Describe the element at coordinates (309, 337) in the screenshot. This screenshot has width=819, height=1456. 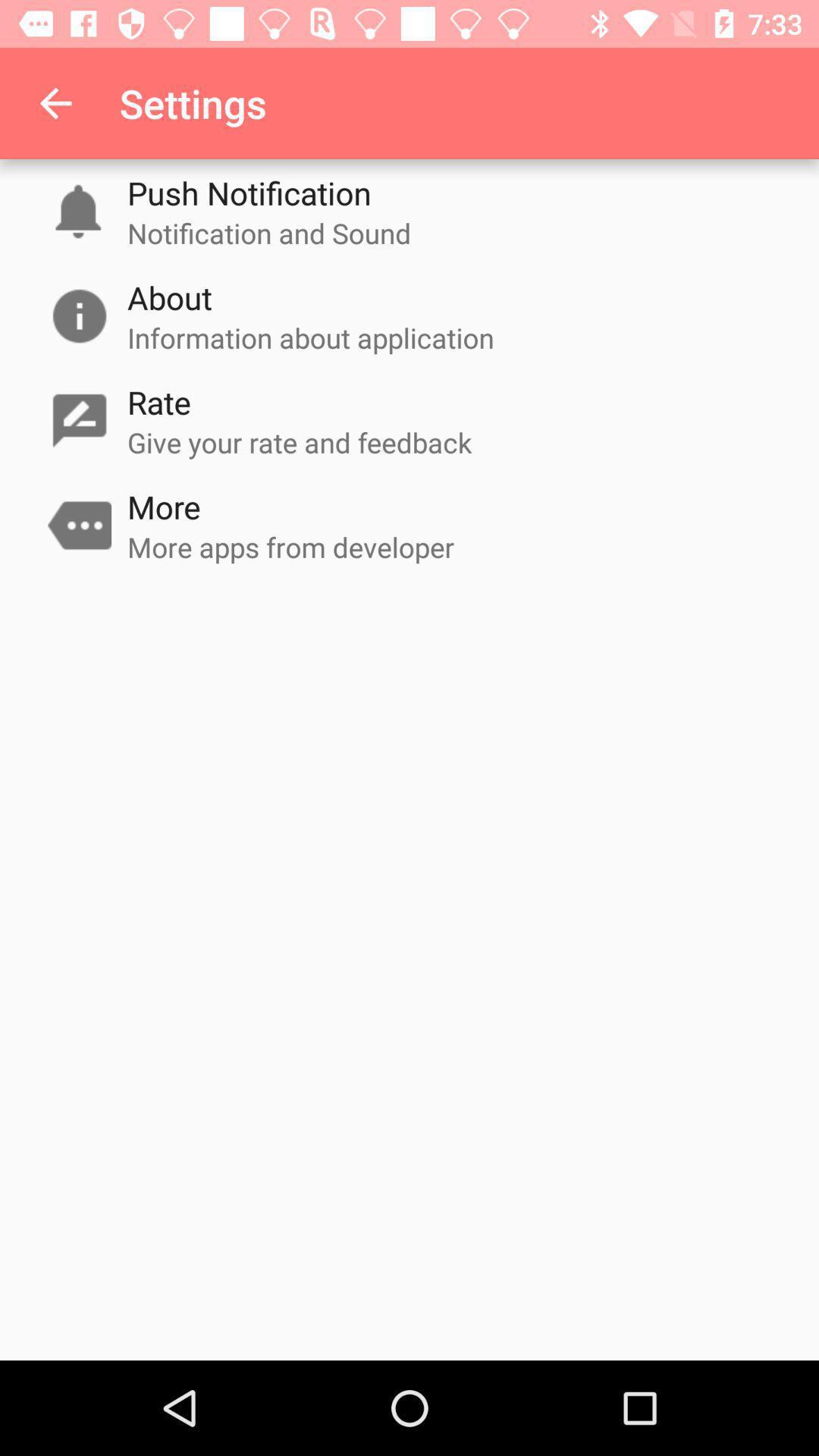
I see `item below about item` at that location.